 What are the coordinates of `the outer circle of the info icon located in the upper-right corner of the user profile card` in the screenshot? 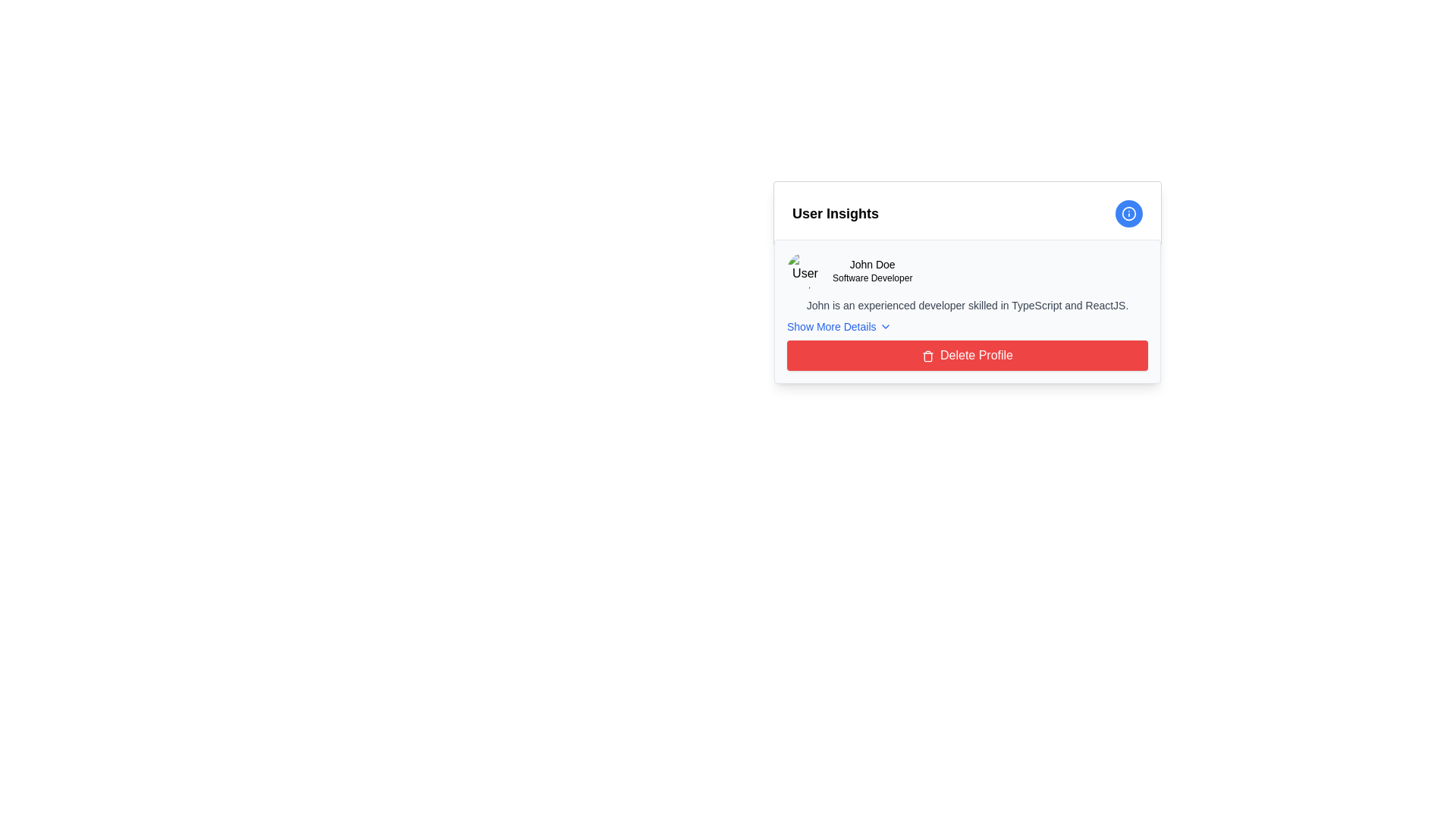 It's located at (1128, 213).